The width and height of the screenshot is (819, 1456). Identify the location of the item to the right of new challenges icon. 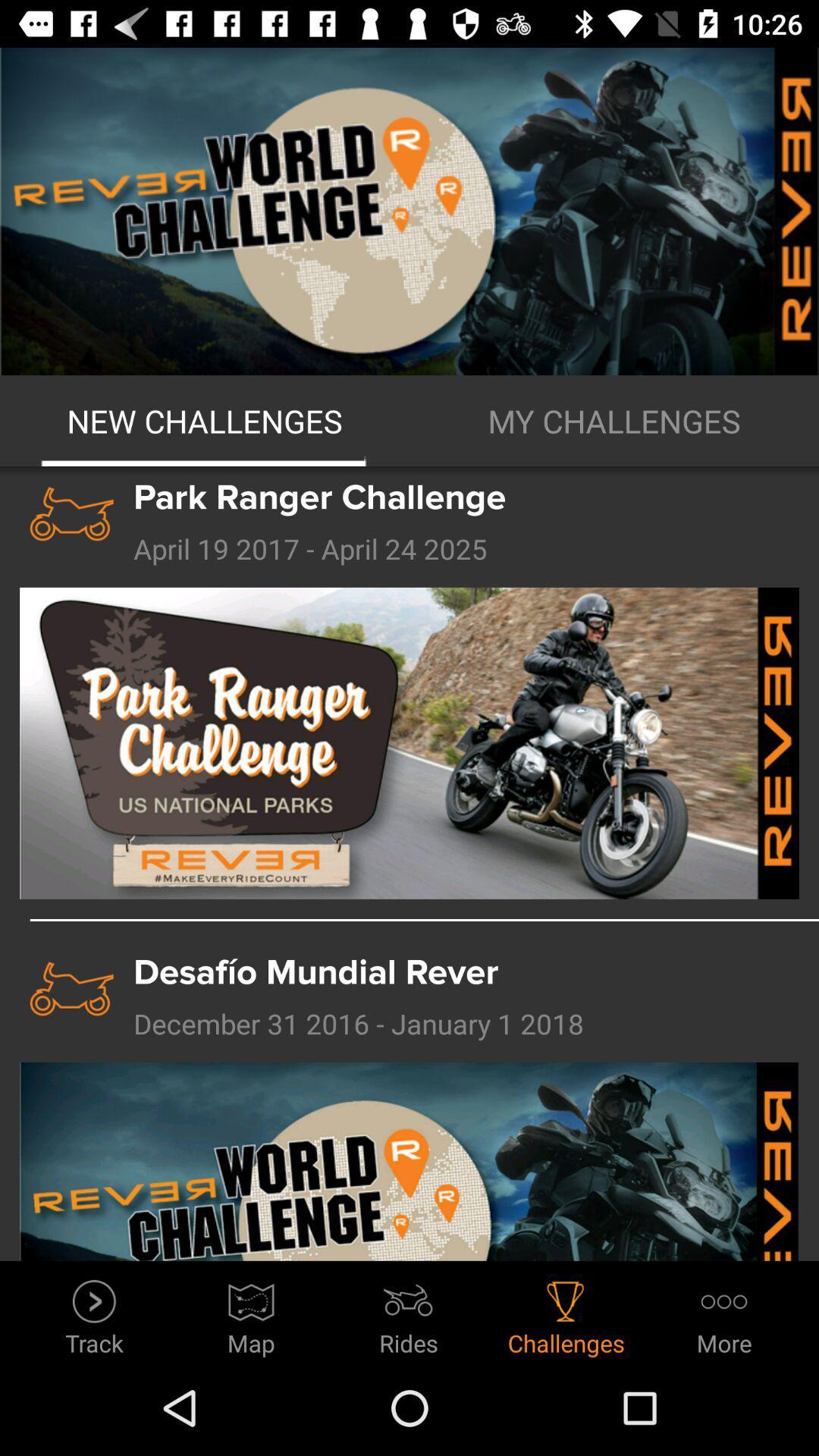
(614, 421).